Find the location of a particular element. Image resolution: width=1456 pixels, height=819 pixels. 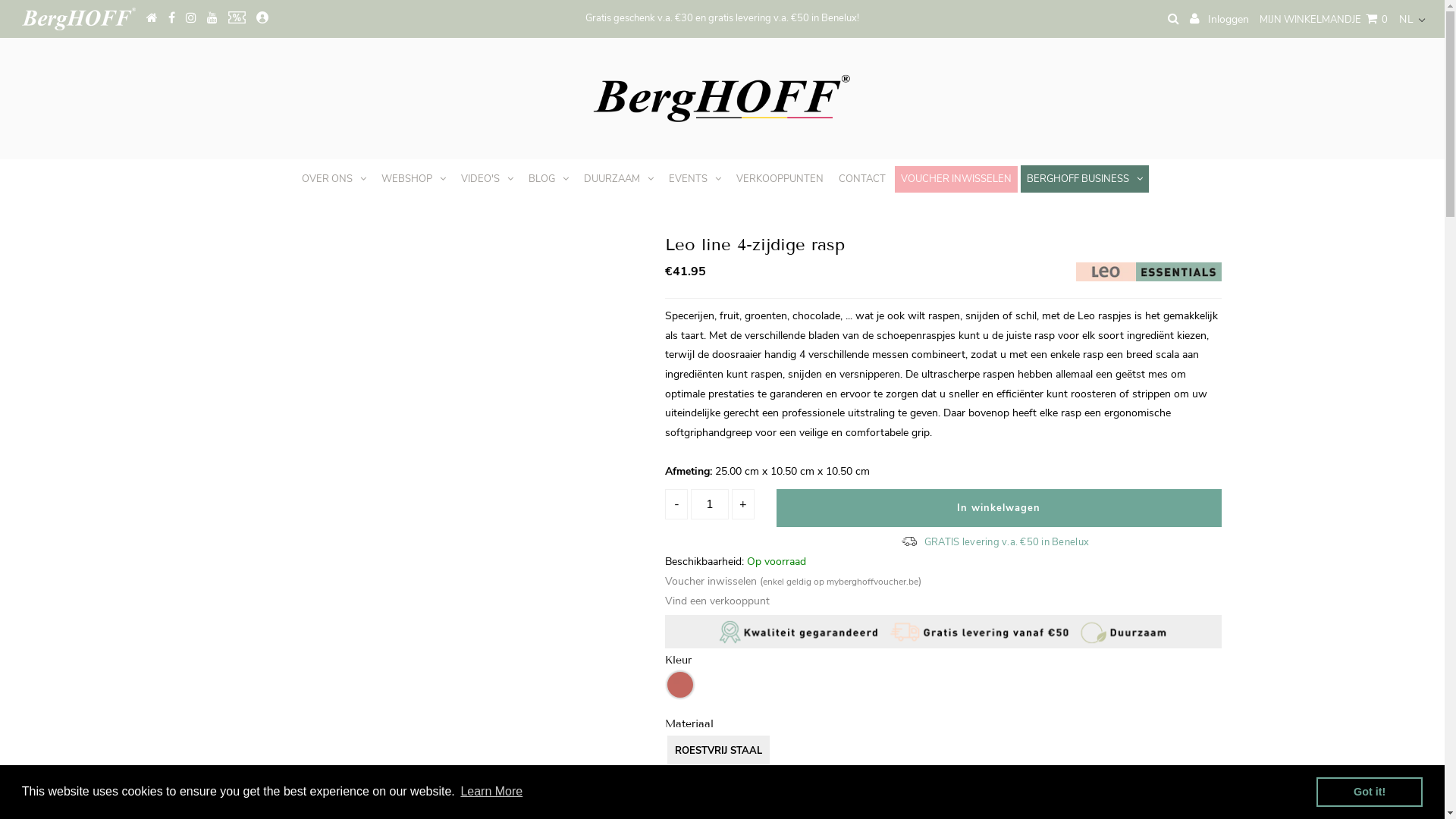

'MIJN WINKELMANDJE    0' is located at coordinates (1323, 20).